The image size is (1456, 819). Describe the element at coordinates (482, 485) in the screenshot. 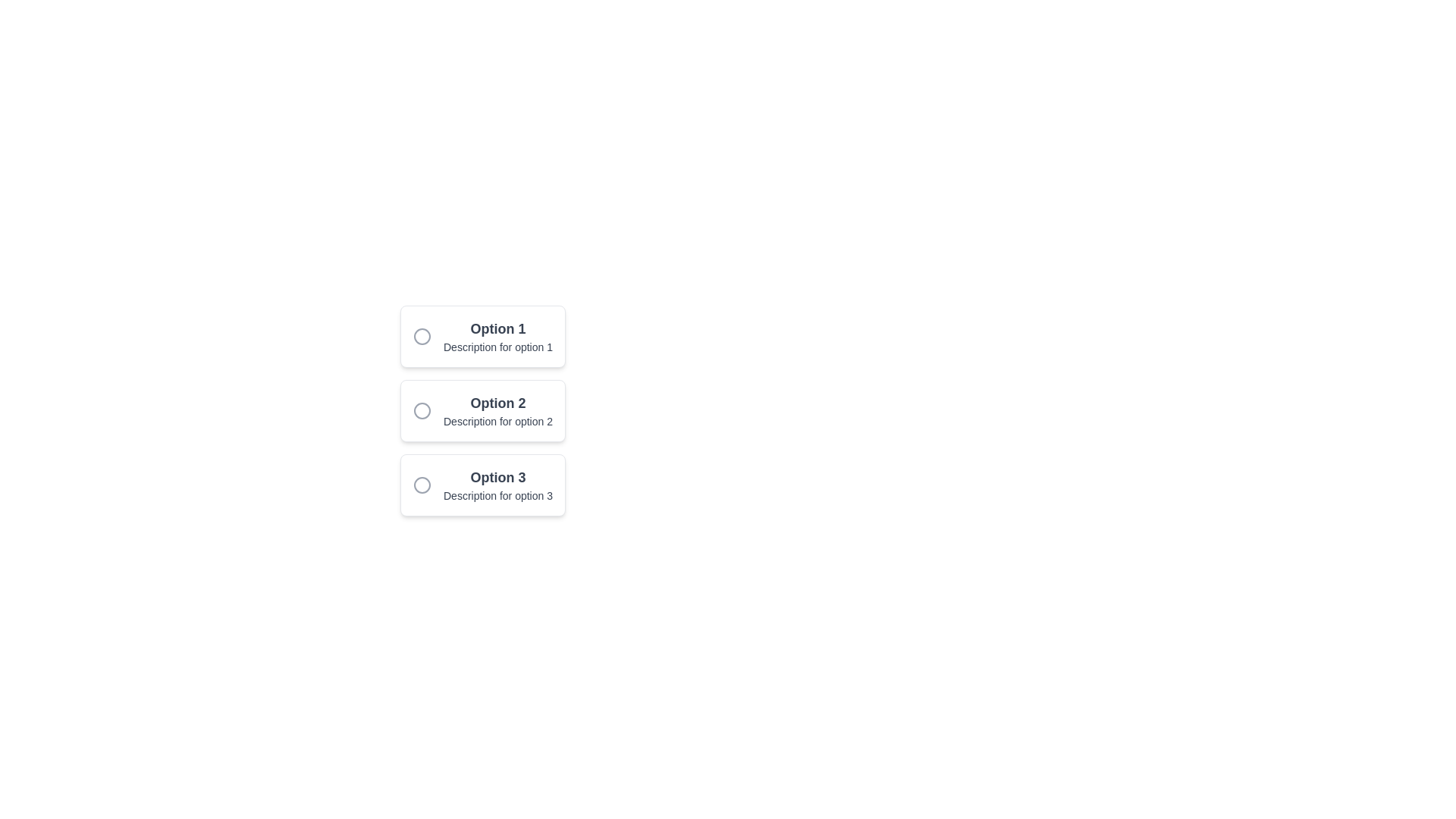

I see `the radio button for 'Option 3'` at that location.